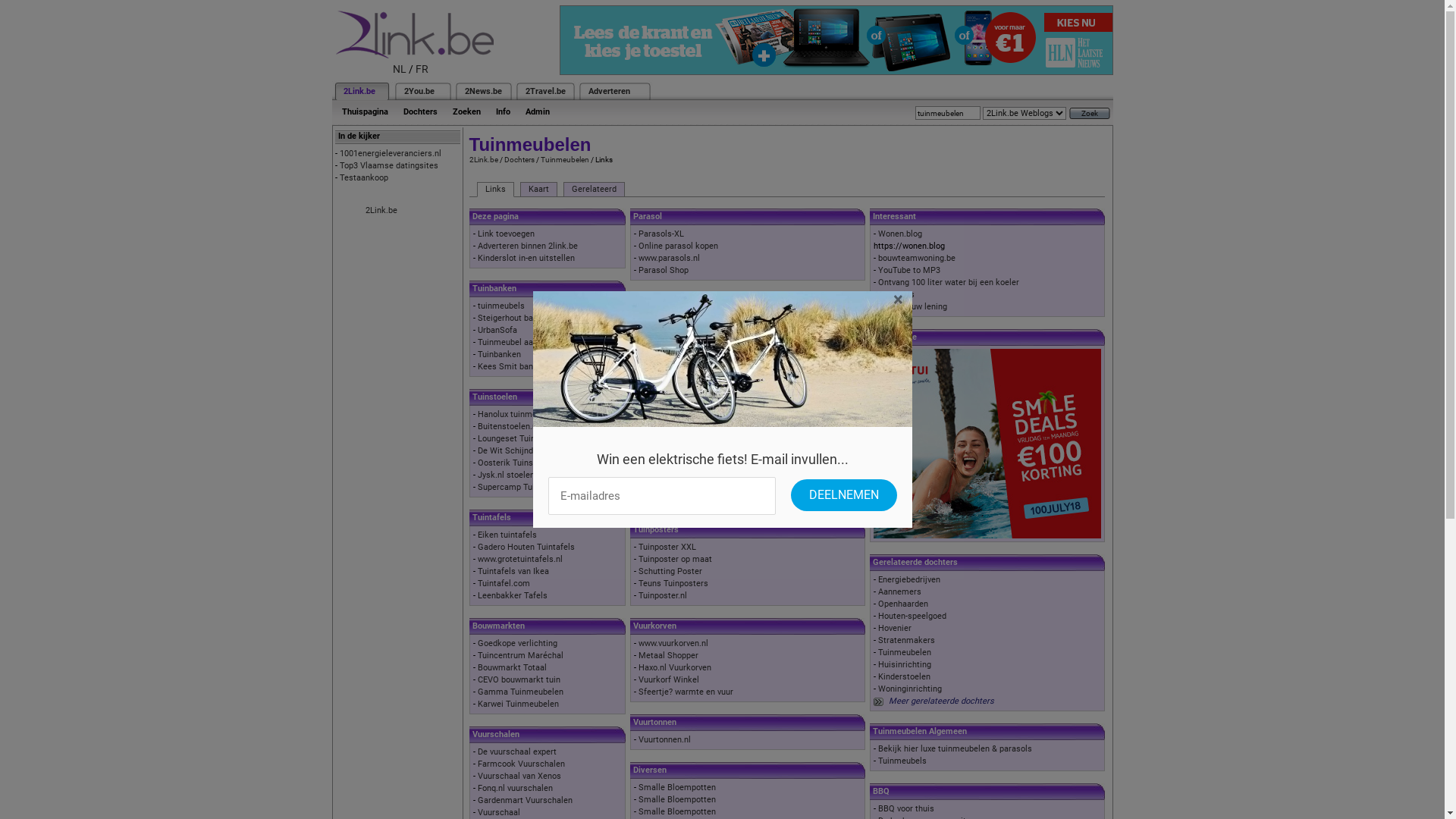 The image size is (1456, 819). What do you see at coordinates (661, 234) in the screenshot?
I see `'Parasols-XL'` at bounding box center [661, 234].